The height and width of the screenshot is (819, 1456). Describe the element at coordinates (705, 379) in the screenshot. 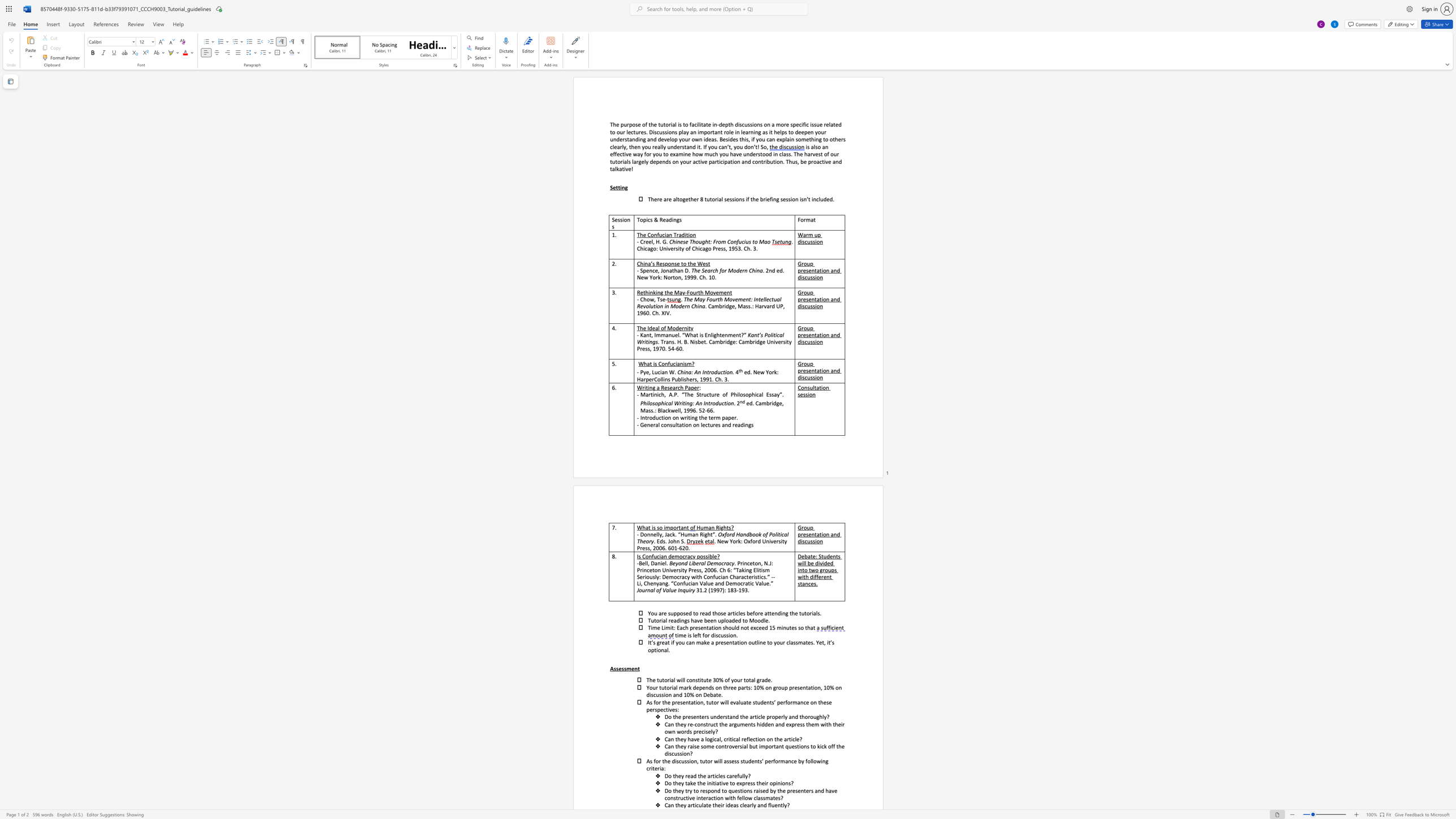

I see `the subset text "91." within the text "HarperCollins Publishers, 1991. Ch. 3."` at that location.